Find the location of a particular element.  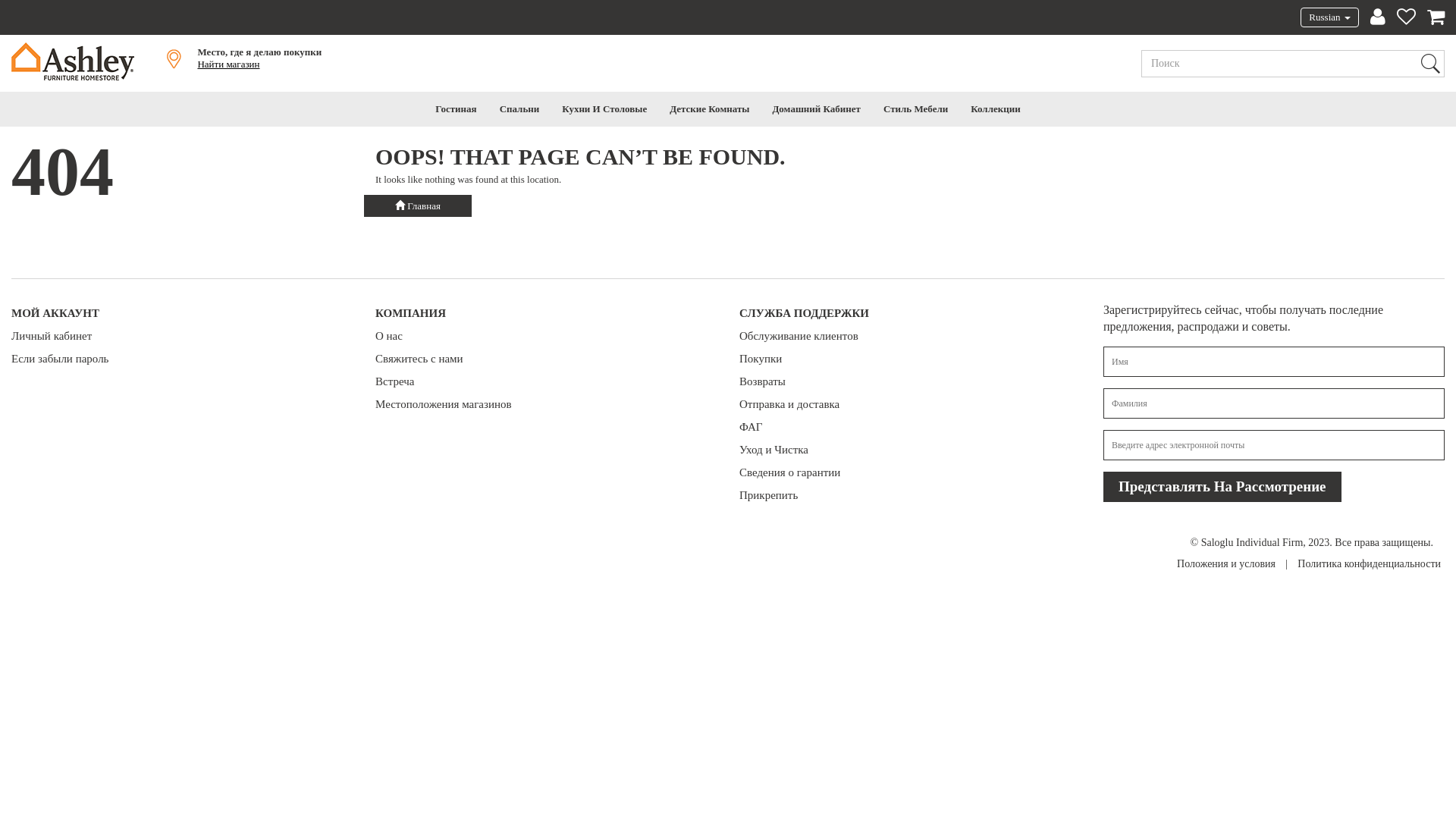

'Russian' is located at coordinates (1328, 17).